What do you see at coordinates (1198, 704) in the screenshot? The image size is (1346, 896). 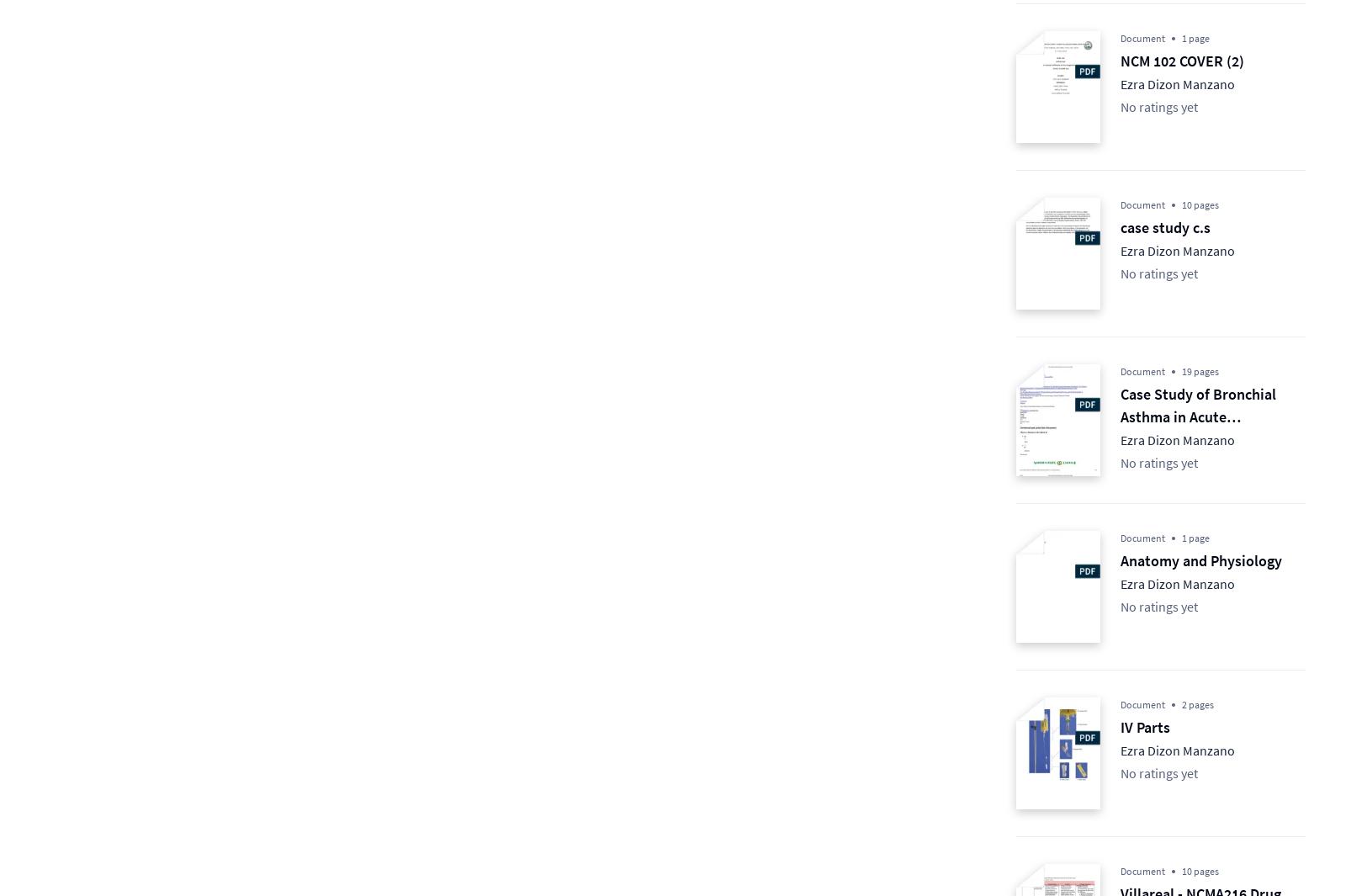 I see `'2 pages'` at bounding box center [1198, 704].